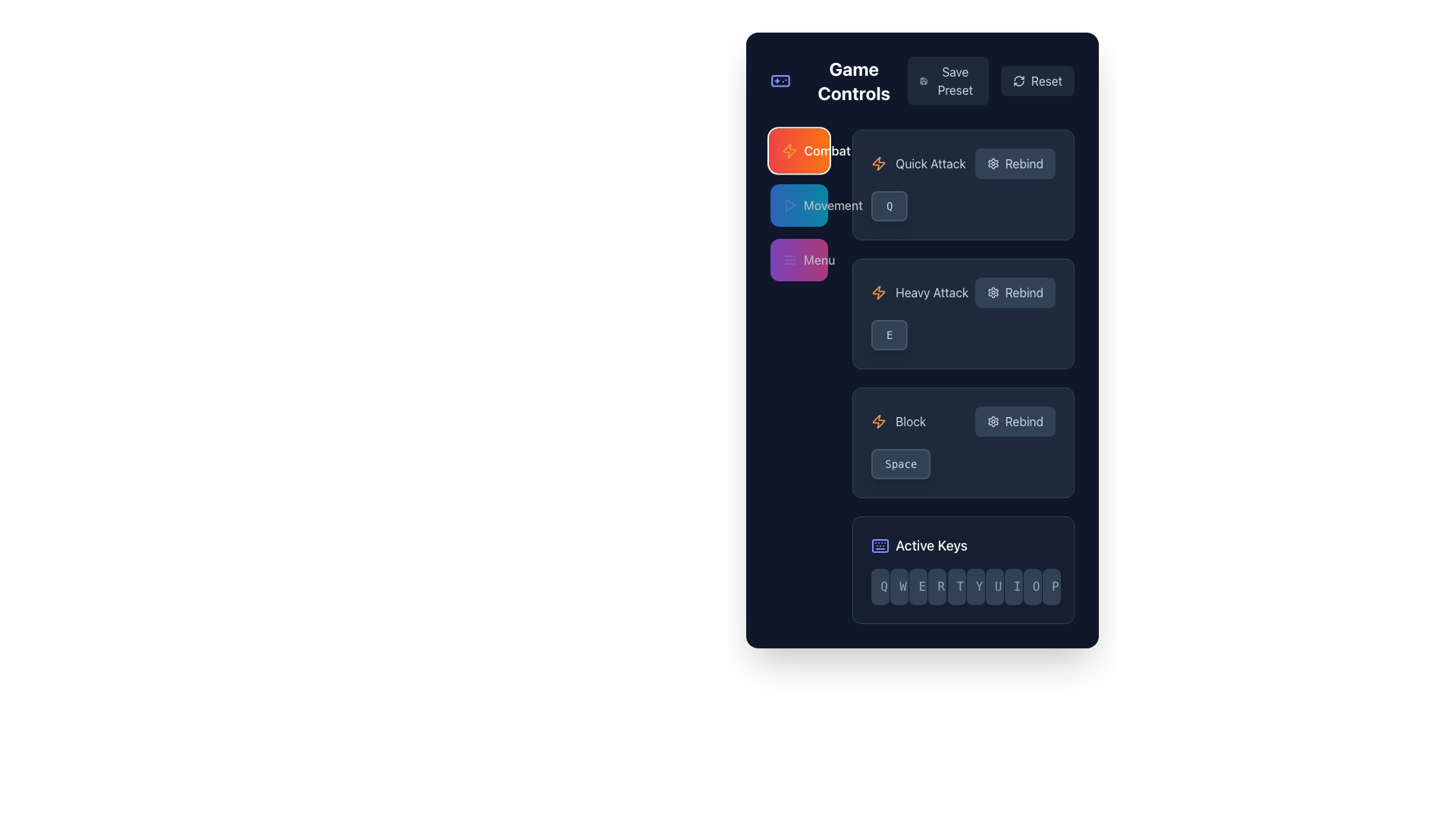  Describe the element at coordinates (818, 259) in the screenshot. I see `the 'Menu' text label, which is styled with a white font on a purple background, positioned below 'Movement' and above 'Combat' in the vertical options list` at that location.